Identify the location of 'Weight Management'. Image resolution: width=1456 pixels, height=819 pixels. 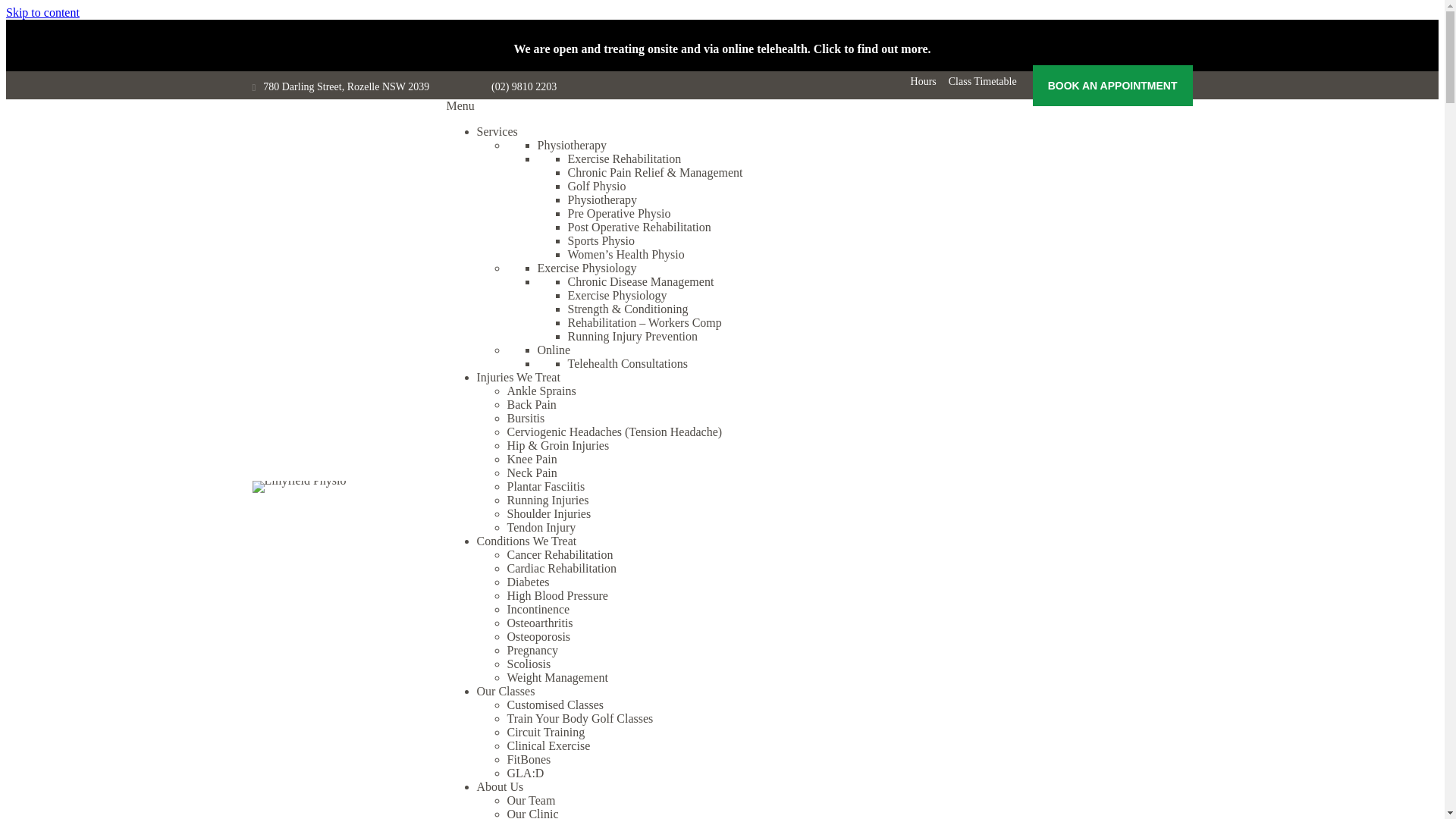
(506, 676).